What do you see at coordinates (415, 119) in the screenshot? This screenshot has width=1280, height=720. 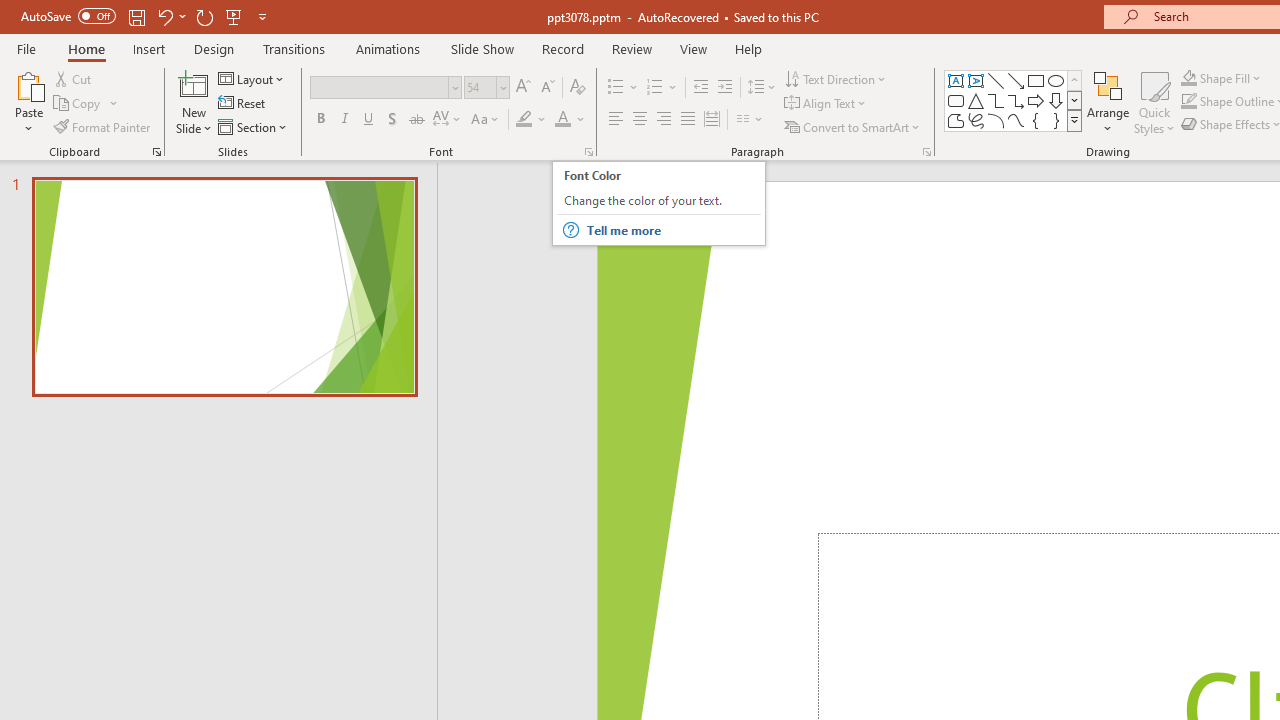 I see `'Strikethrough'` at bounding box center [415, 119].